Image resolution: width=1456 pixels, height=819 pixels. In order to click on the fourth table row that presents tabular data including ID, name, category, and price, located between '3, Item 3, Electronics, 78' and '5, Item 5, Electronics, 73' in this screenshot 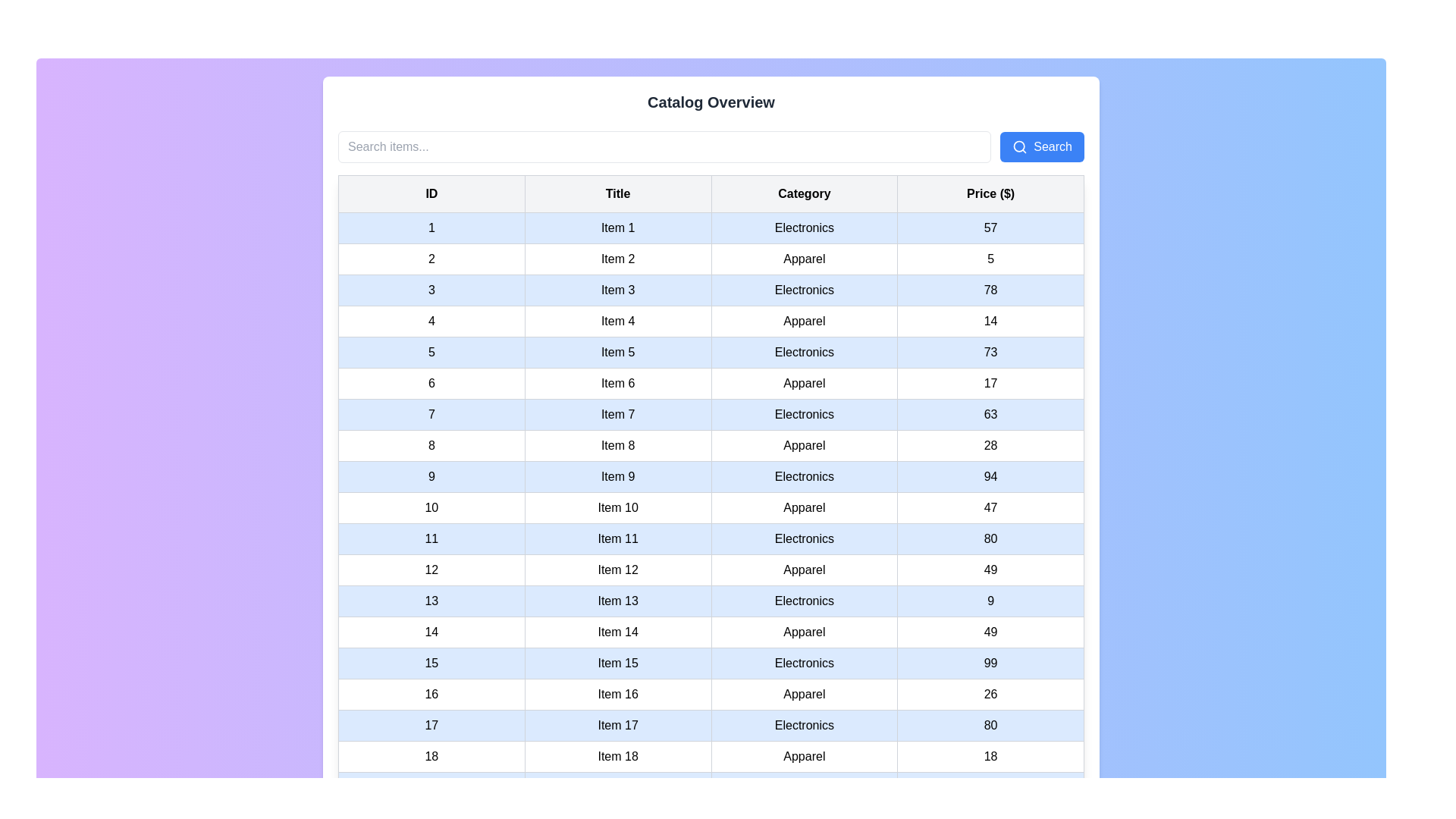, I will do `click(710, 321)`.